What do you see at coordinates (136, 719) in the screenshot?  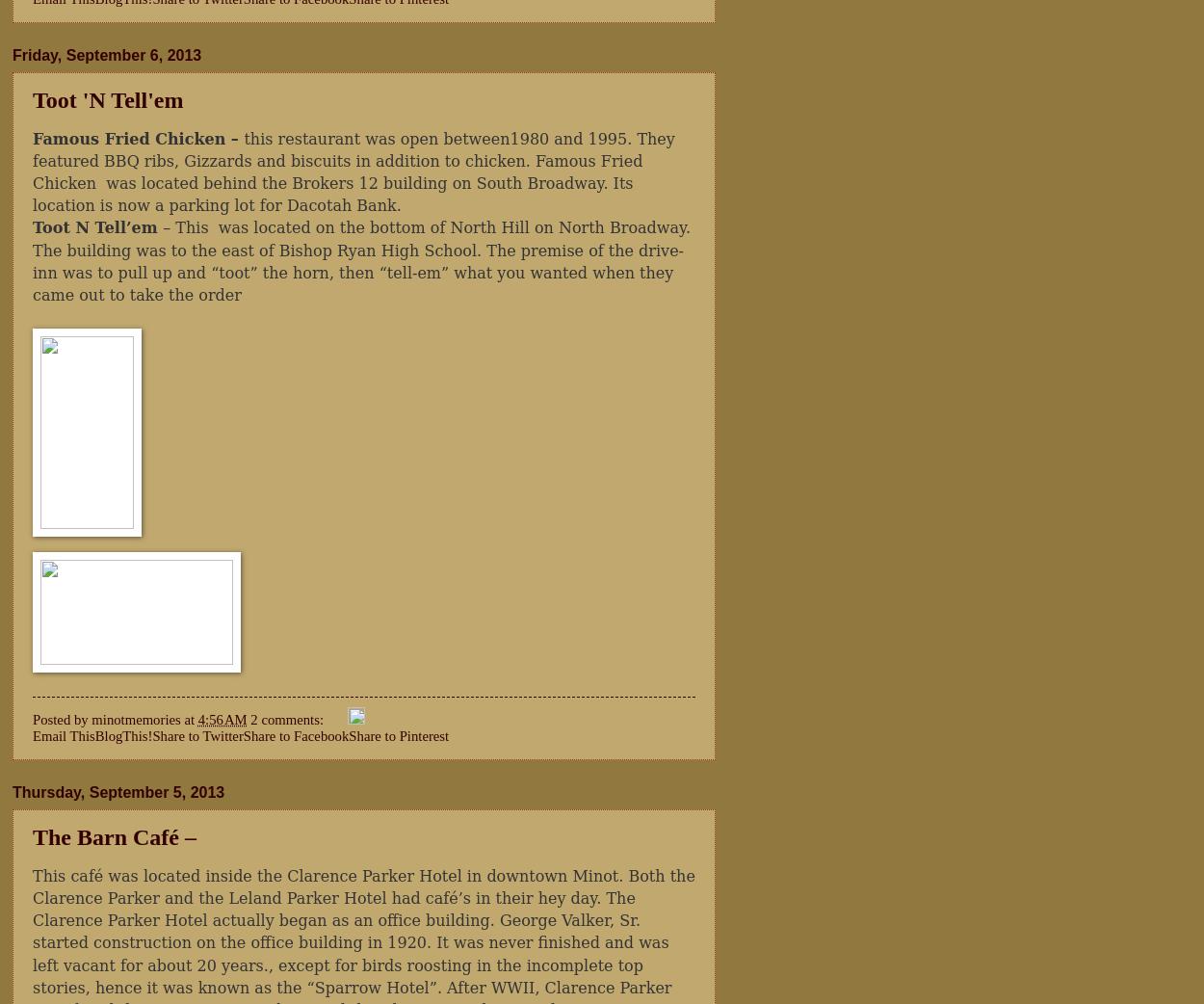 I see `'minotmemories'` at bounding box center [136, 719].